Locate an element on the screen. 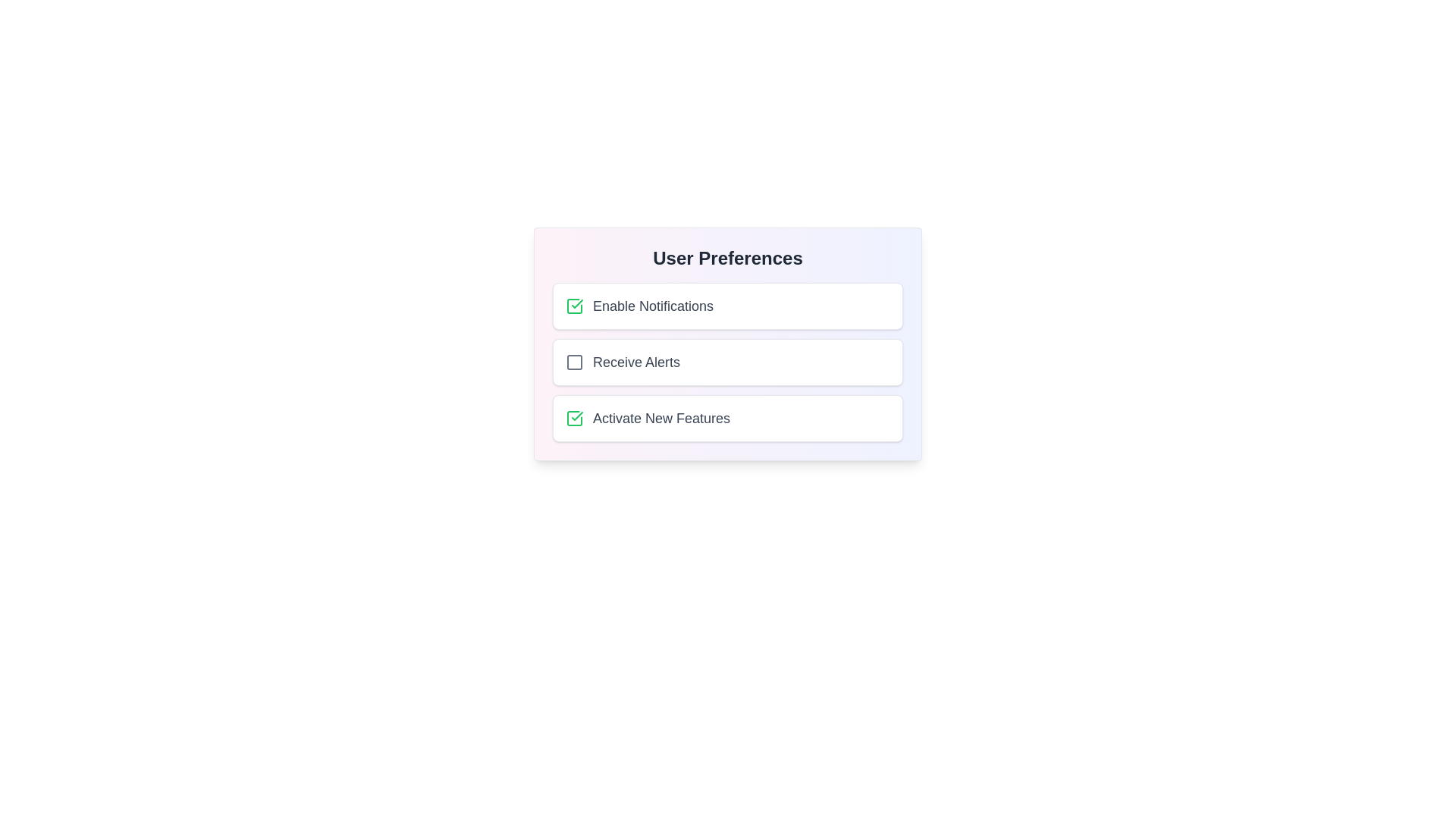 This screenshot has height=819, width=1456. the enabled notification option checkbox in the 'User Preferences' section to inspect or focus on it is located at coordinates (728, 306).